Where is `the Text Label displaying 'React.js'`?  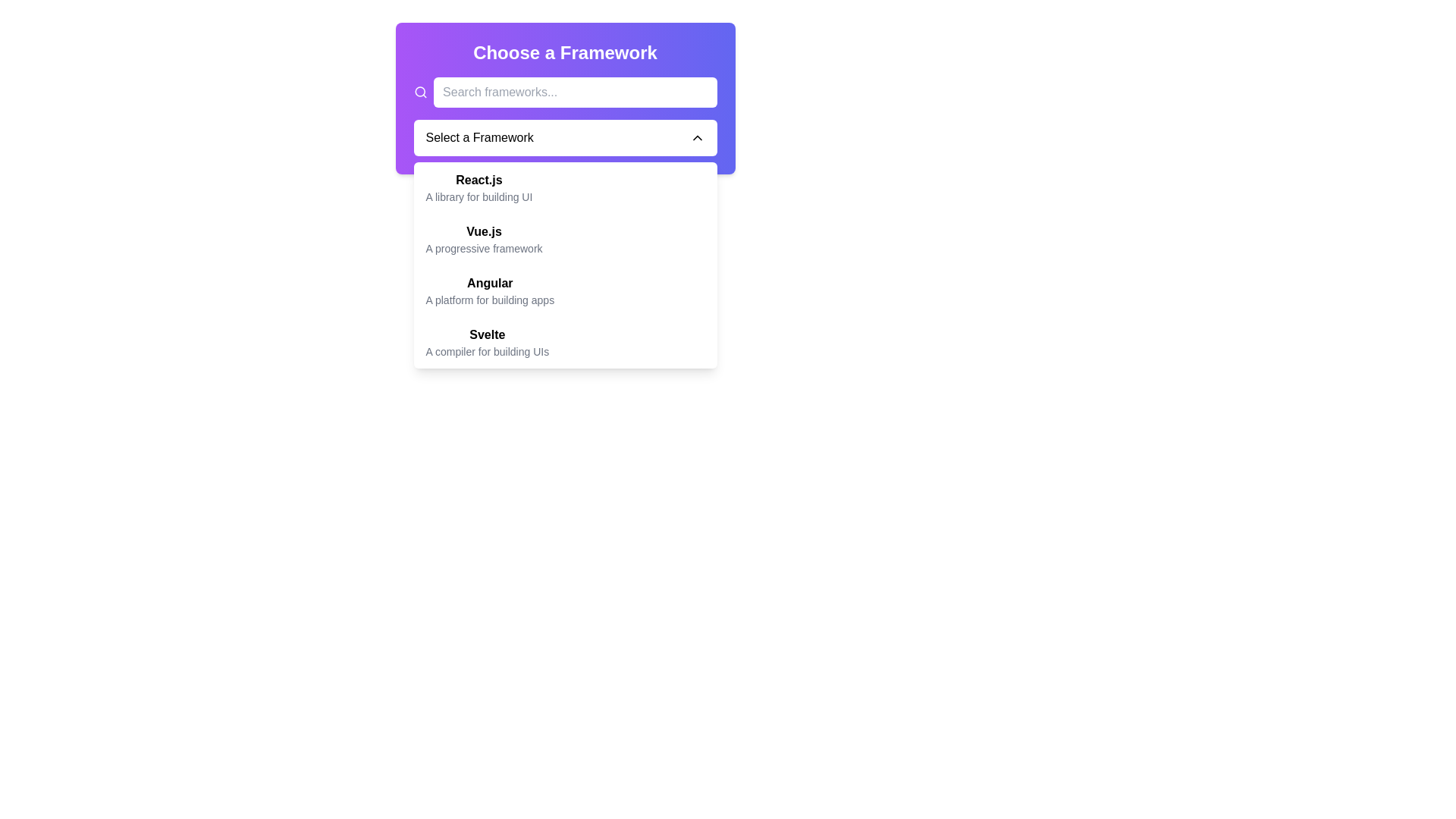 the Text Label displaying 'React.js' is located at coordinates (478, 179).